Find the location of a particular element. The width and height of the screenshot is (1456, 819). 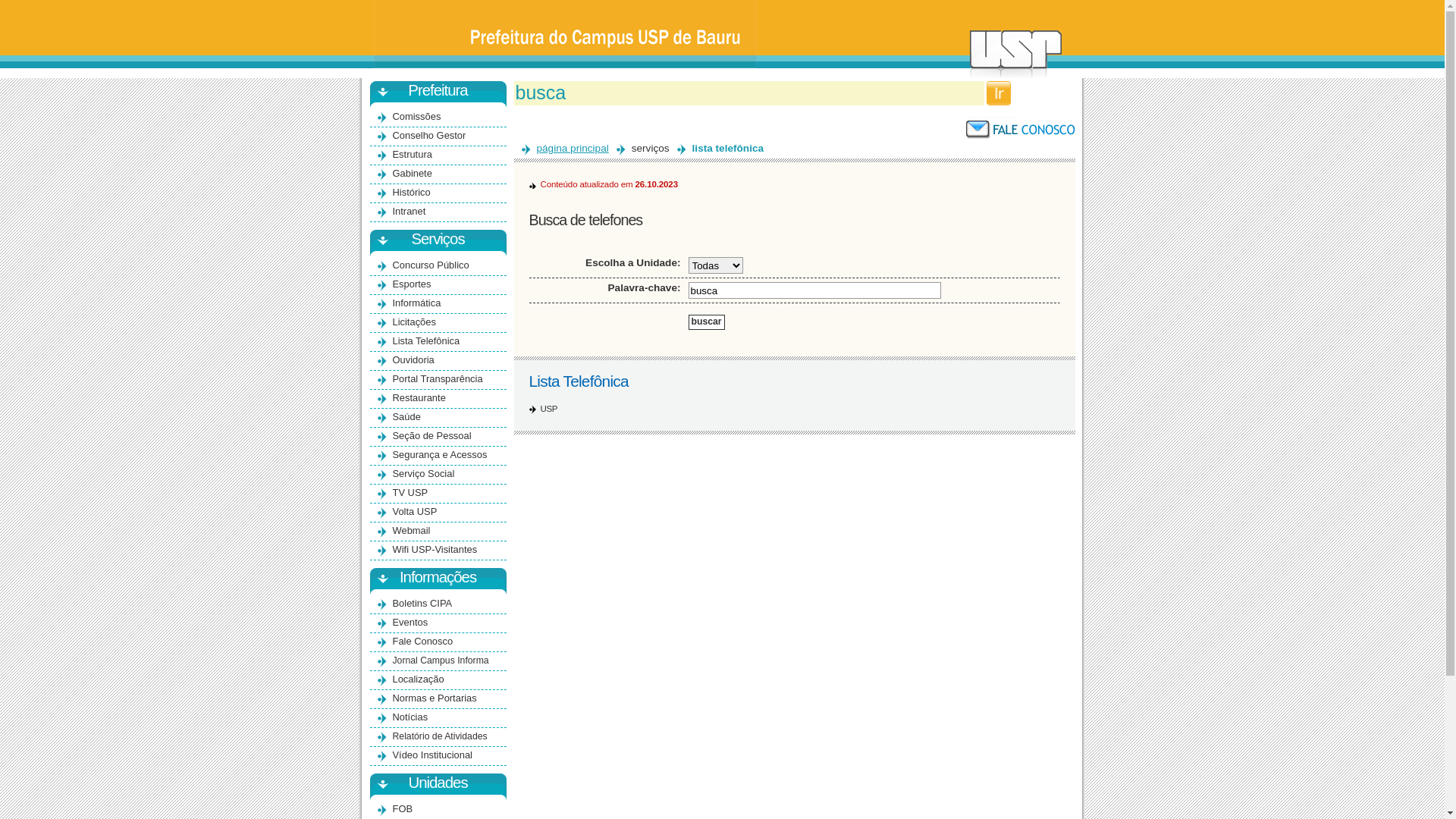

'Restaurante' is located at coordinates (419, 397).